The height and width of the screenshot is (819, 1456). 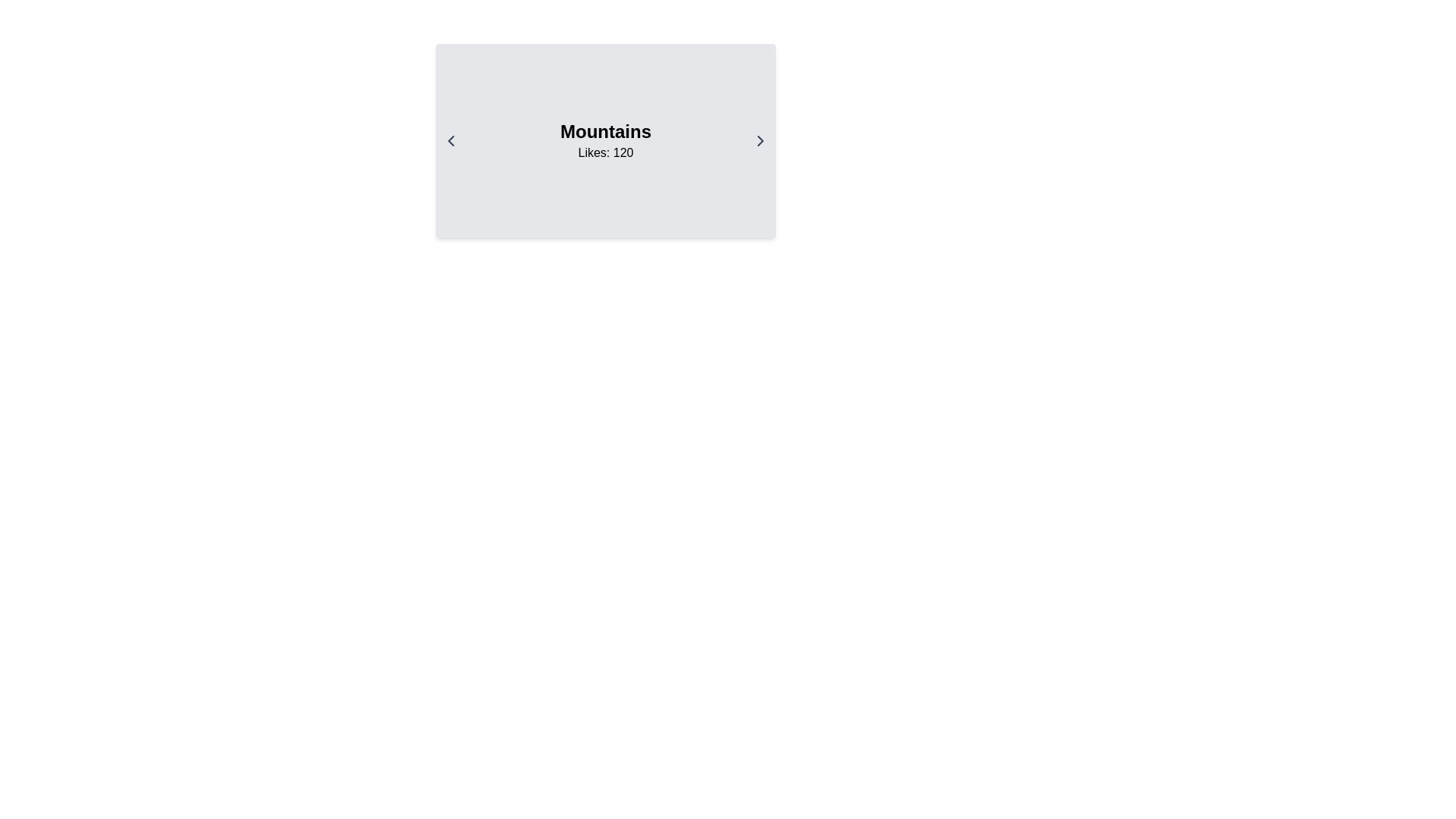 What do you see at coordinates (604, 152) in the screenshot?
I see `the text label displaying 'Likes: 120' located beneath the 'Mountains' title` at bounding box center [604, 152].